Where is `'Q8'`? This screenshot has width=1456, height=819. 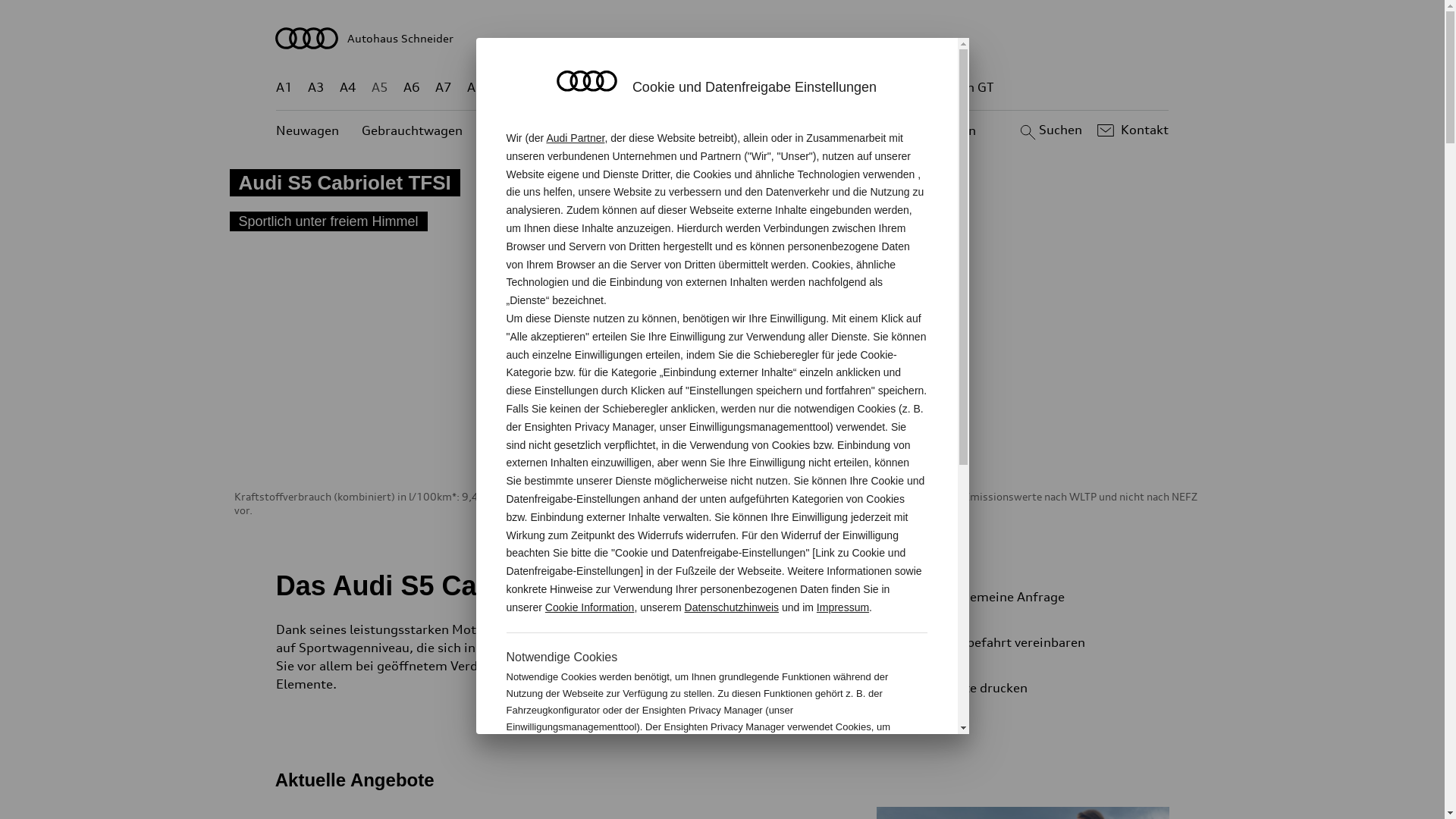
'Q8' is located at coordinates (710, 87).